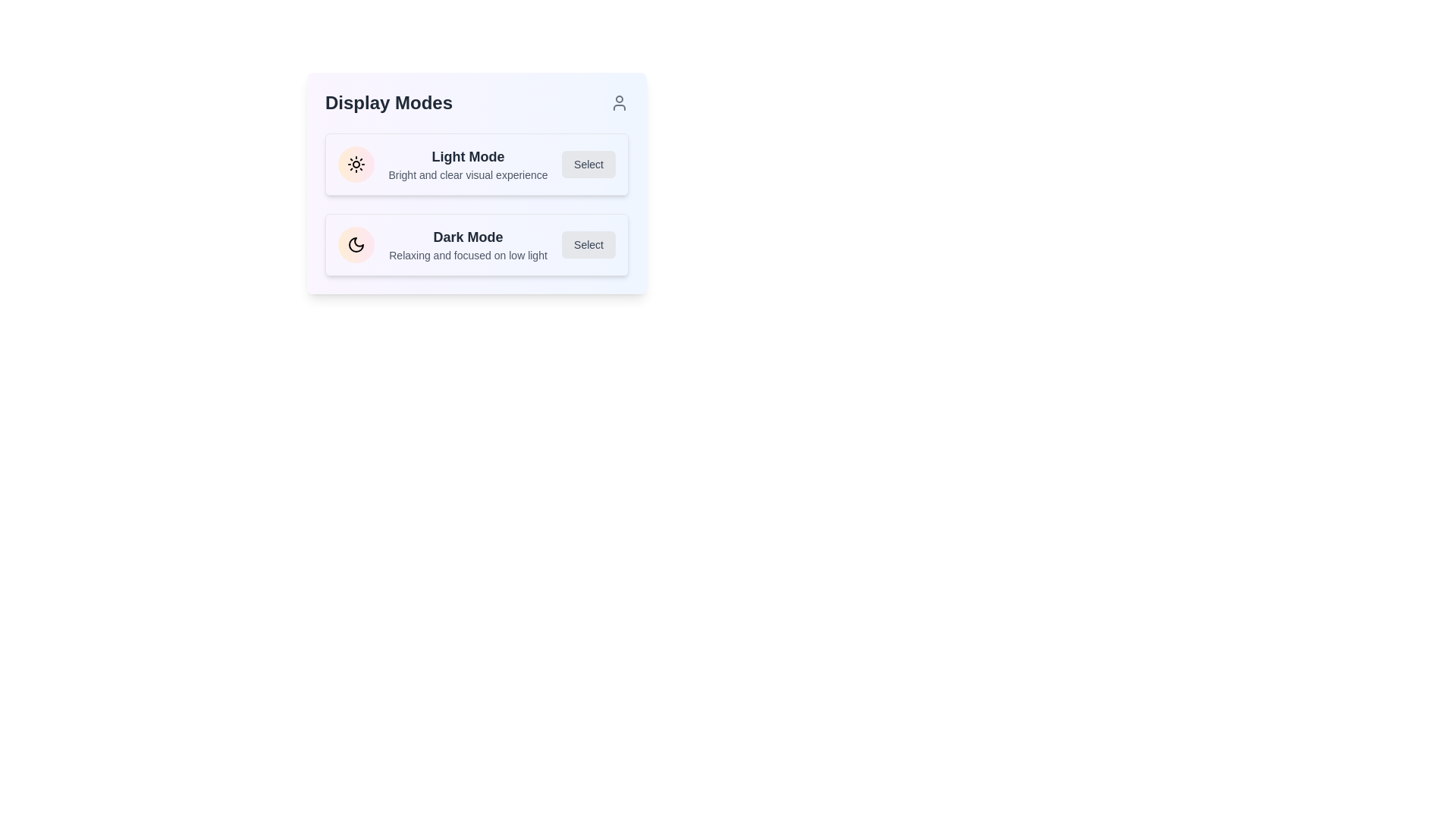 The width and height of the screenshot is (1456, 819). Describe the element at coordinates (467, 244) in the screenshot. I see `text block titled 'Dark Mode' which contains the subtitle 'Relaxing and focused on low light' to understand its purpose` at that location.